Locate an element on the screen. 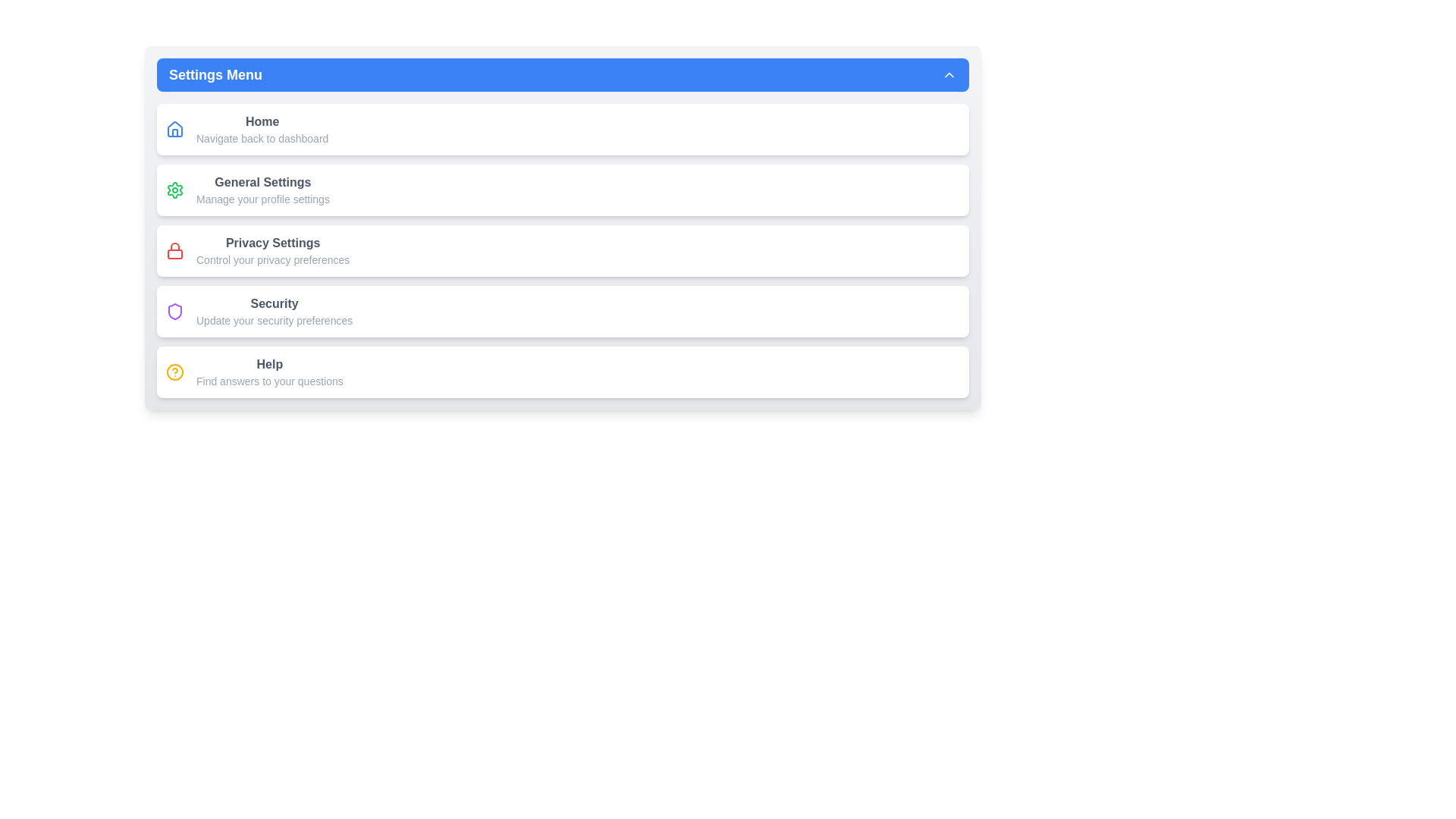 This screenshot has height=819, width=1456. the fourth menu entry in the 'Settings Menu' labeled 'Security Settings' is located at coordinates (562, 311).